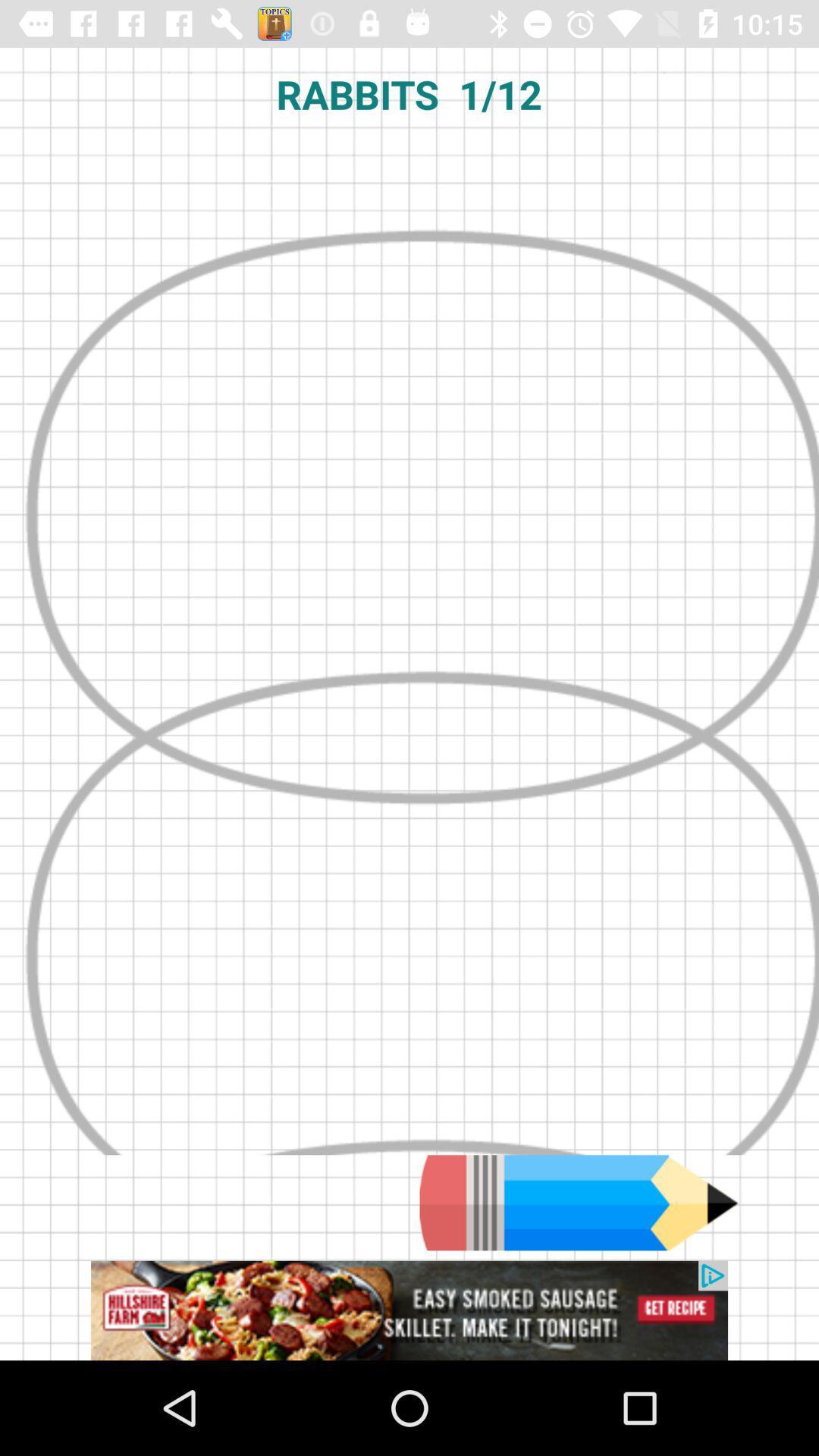  Describe the element at coordinates (409, 1310) in the screenshot. I see `advertisement link` at that location.